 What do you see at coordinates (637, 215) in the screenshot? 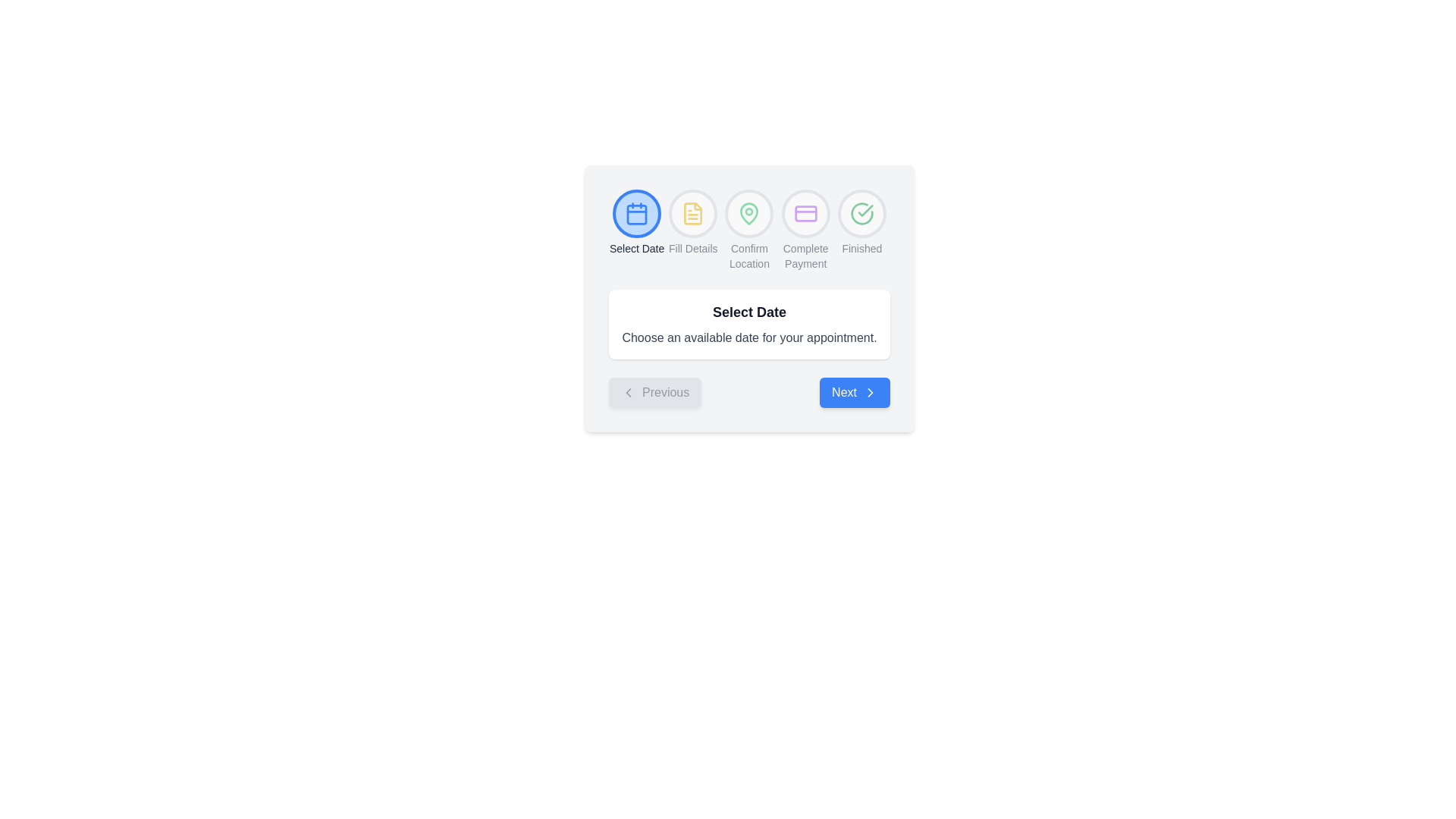
I see `the decorative element that represents the body of the calendar icon, which is the first icon in a group of five at the top of the interface` at bounding box center [637, 215].